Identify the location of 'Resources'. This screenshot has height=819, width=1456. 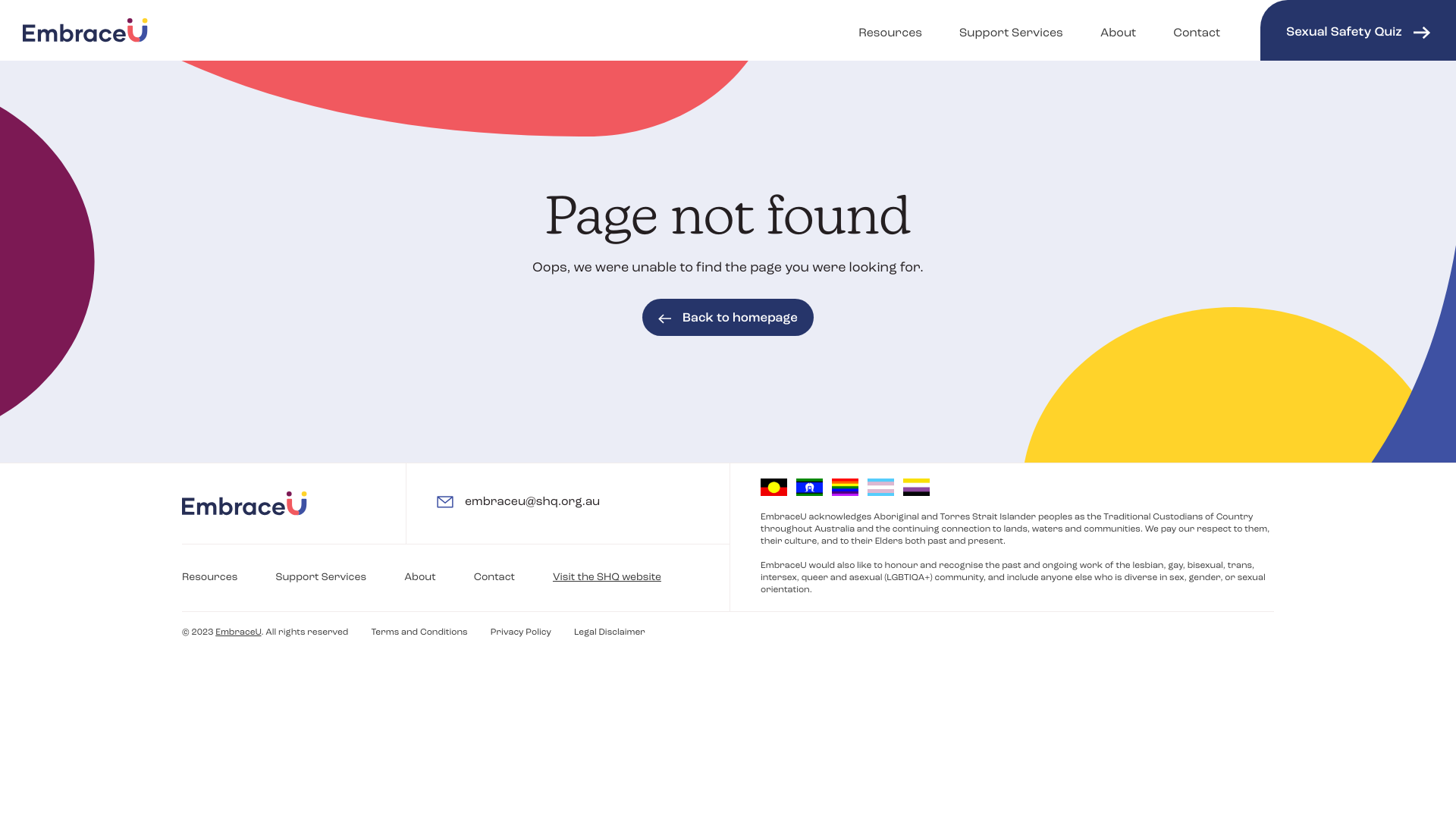
(890, 30).